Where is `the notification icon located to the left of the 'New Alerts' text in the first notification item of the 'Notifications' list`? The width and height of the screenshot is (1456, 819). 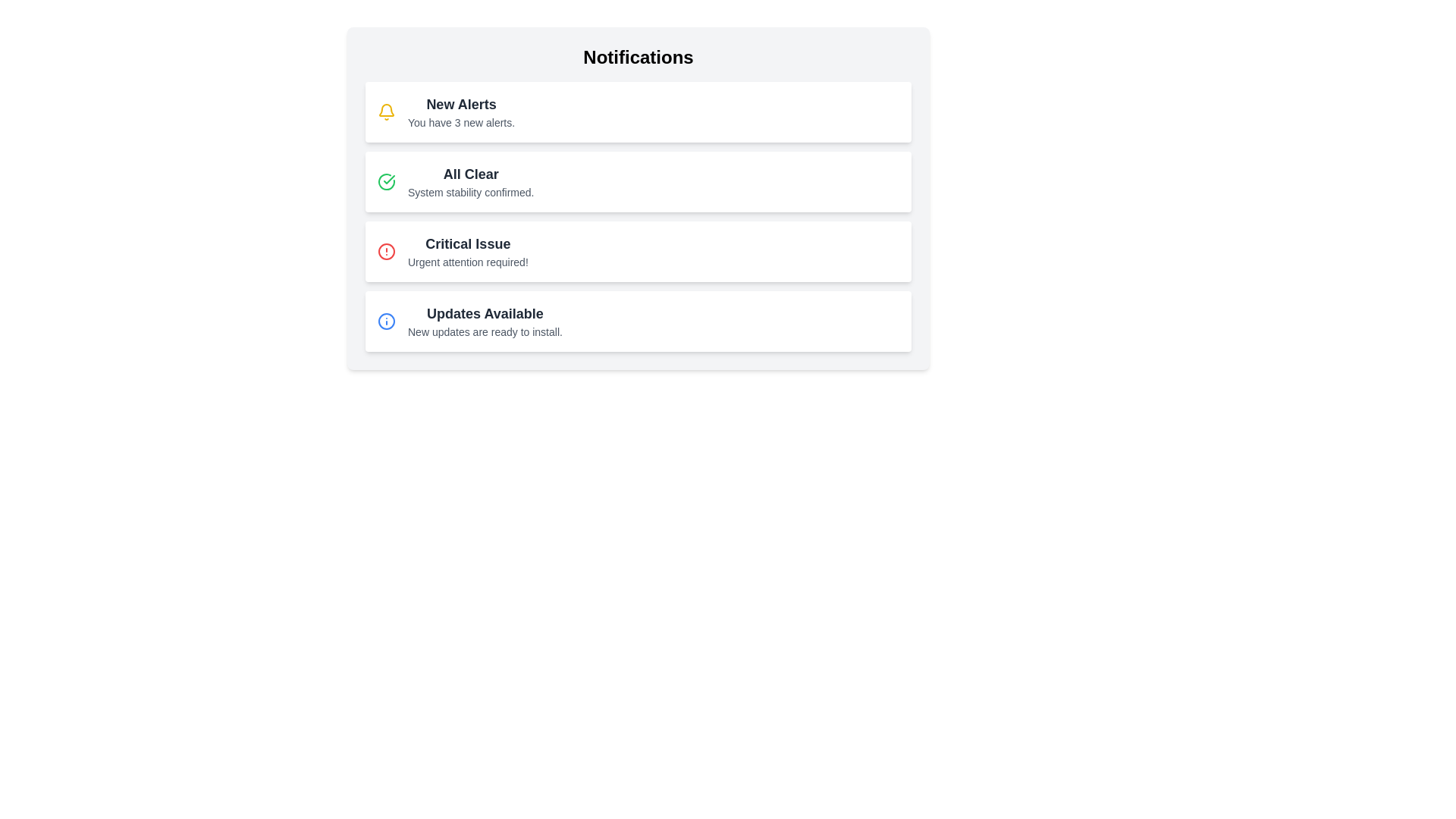 the notification icon located to the left of the 'New Alerts' text in the first notification item of the 'Notifications' list is located at coordinates (386, 111).